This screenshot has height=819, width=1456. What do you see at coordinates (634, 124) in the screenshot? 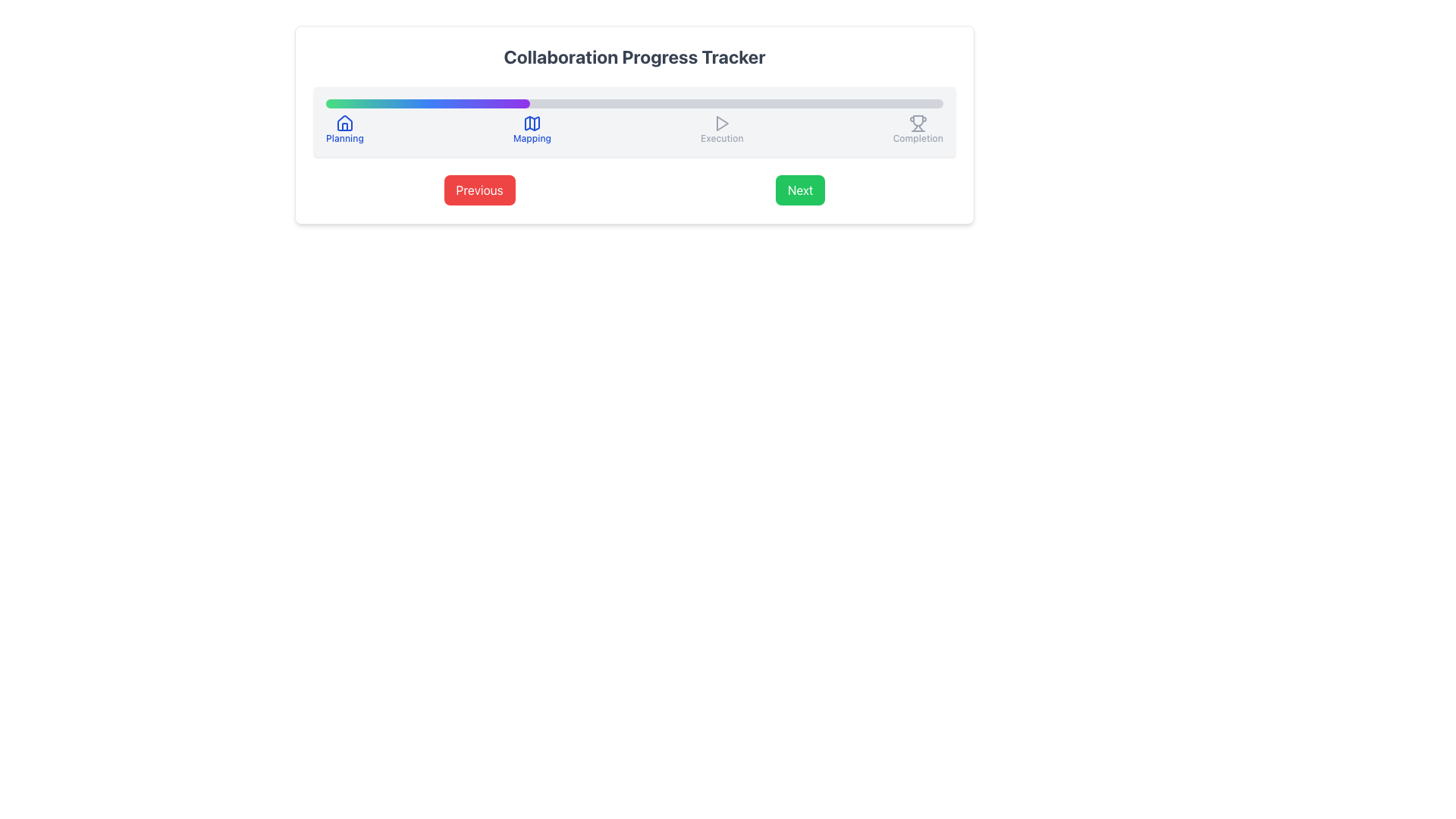
I see `the progress bar of the Collaboration Progress Tracker Component` at bounding box center [634, 124].